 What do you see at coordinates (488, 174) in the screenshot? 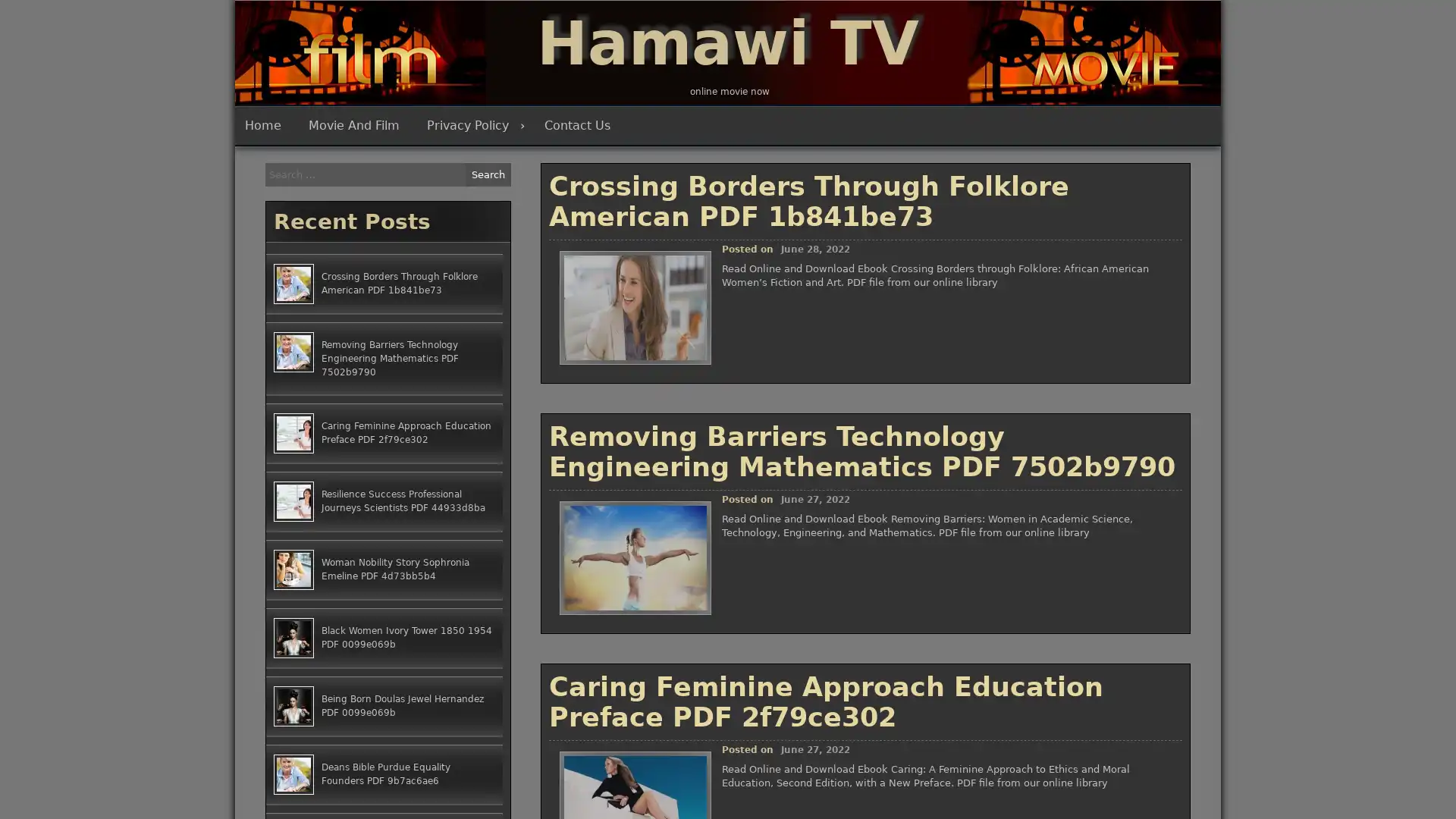
I see `Search` at bounding box center [488, 174].